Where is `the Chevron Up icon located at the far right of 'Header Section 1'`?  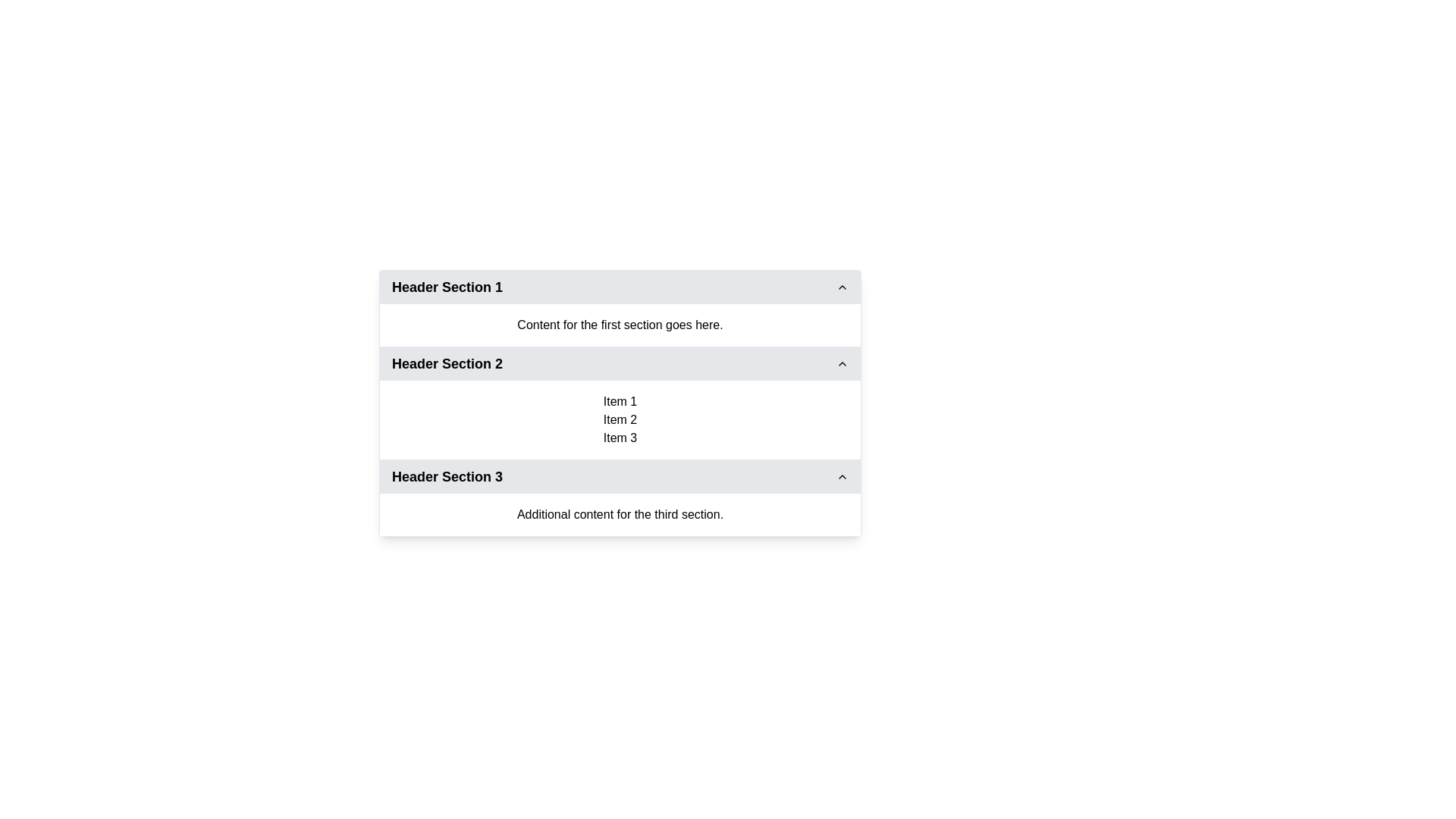
the Chevron Up icon located at the far right of 'Header Section 1' is located at coordinates (841, 287).